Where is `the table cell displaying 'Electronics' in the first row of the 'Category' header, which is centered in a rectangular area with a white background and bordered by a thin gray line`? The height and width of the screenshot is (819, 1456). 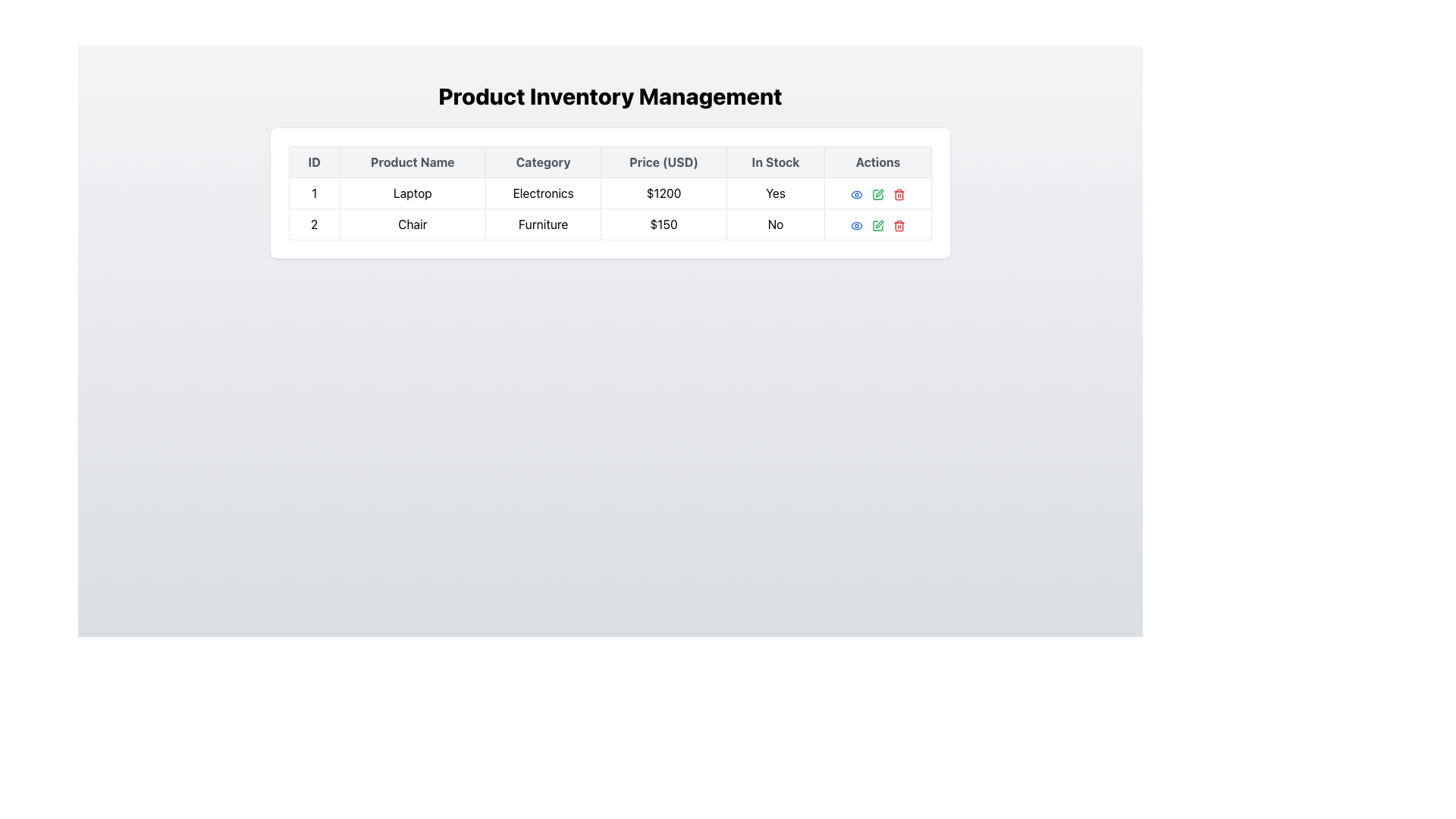
the table cell displaying 'Electronics' in the first row of the 'Category' header, which is centered in a rectangular area with a white background and bordered by a thin gray line is located at coordinates (543, 192).